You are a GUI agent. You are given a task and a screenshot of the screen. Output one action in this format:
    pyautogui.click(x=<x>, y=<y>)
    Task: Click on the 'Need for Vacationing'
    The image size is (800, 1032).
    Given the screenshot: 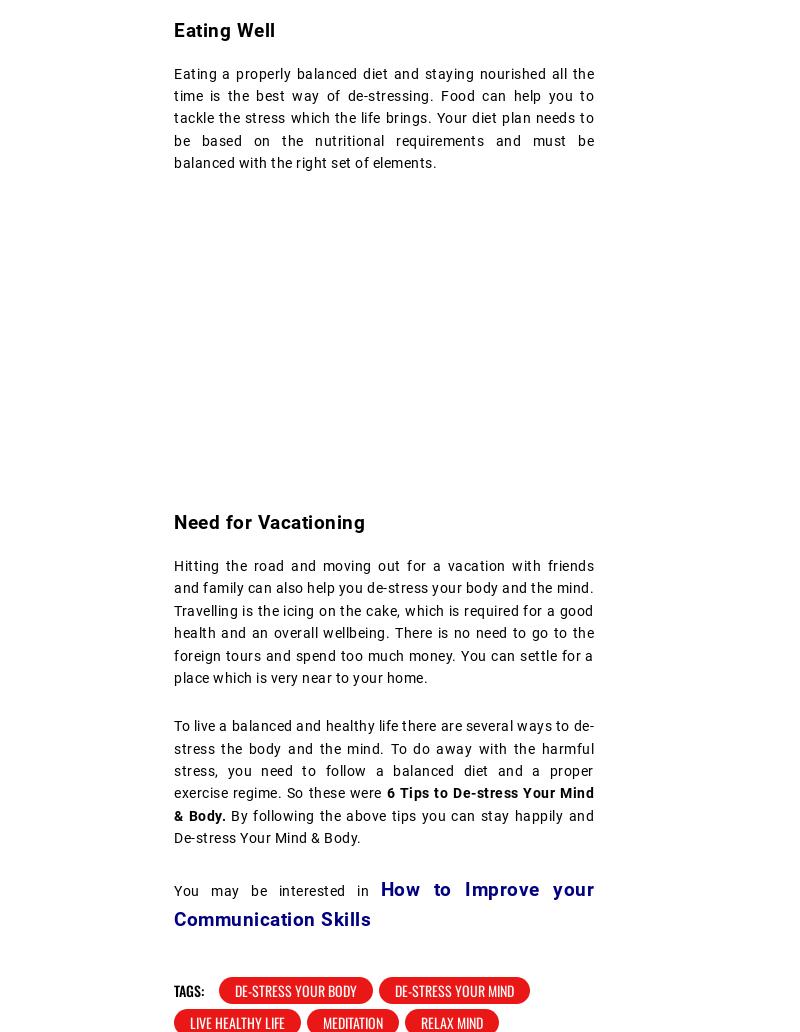 What is the action you would take?
    pyautogui.click(x=269, y=521)
    